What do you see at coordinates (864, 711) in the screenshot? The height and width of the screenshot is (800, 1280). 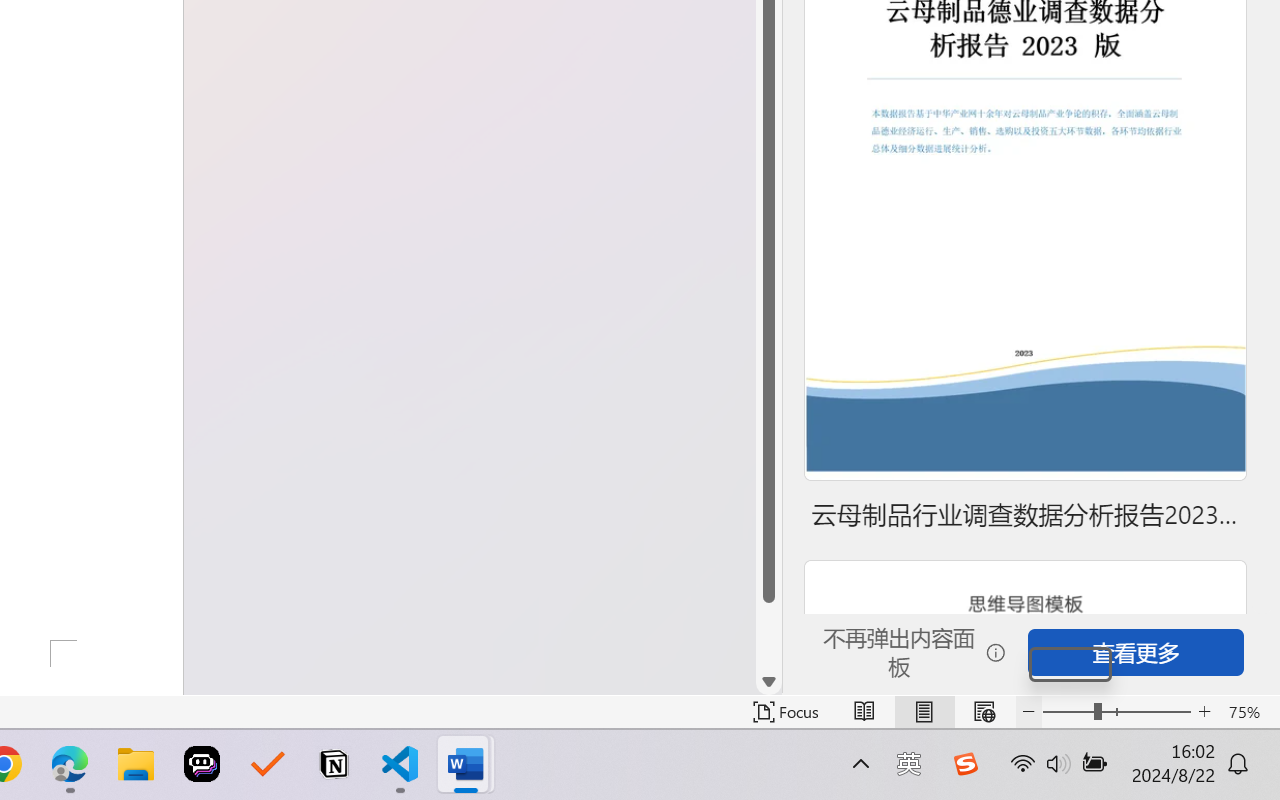 I see `'Read Mode'` at bounding box center [864, 711].